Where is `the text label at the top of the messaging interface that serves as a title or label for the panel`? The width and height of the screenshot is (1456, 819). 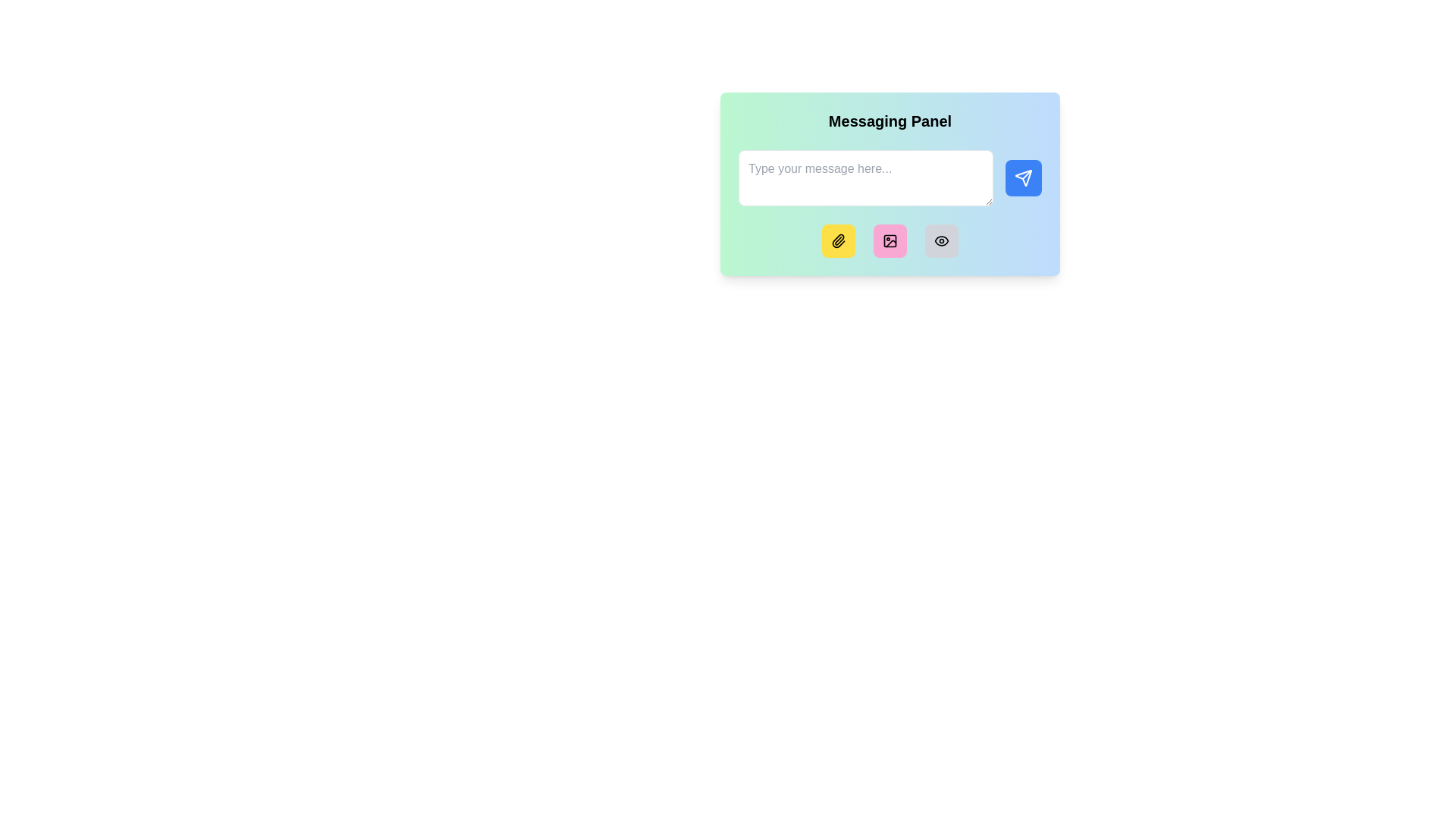 the text label at the top of the messaging interface that serves as a title or label for the panel is located at coordinates (890, 120).